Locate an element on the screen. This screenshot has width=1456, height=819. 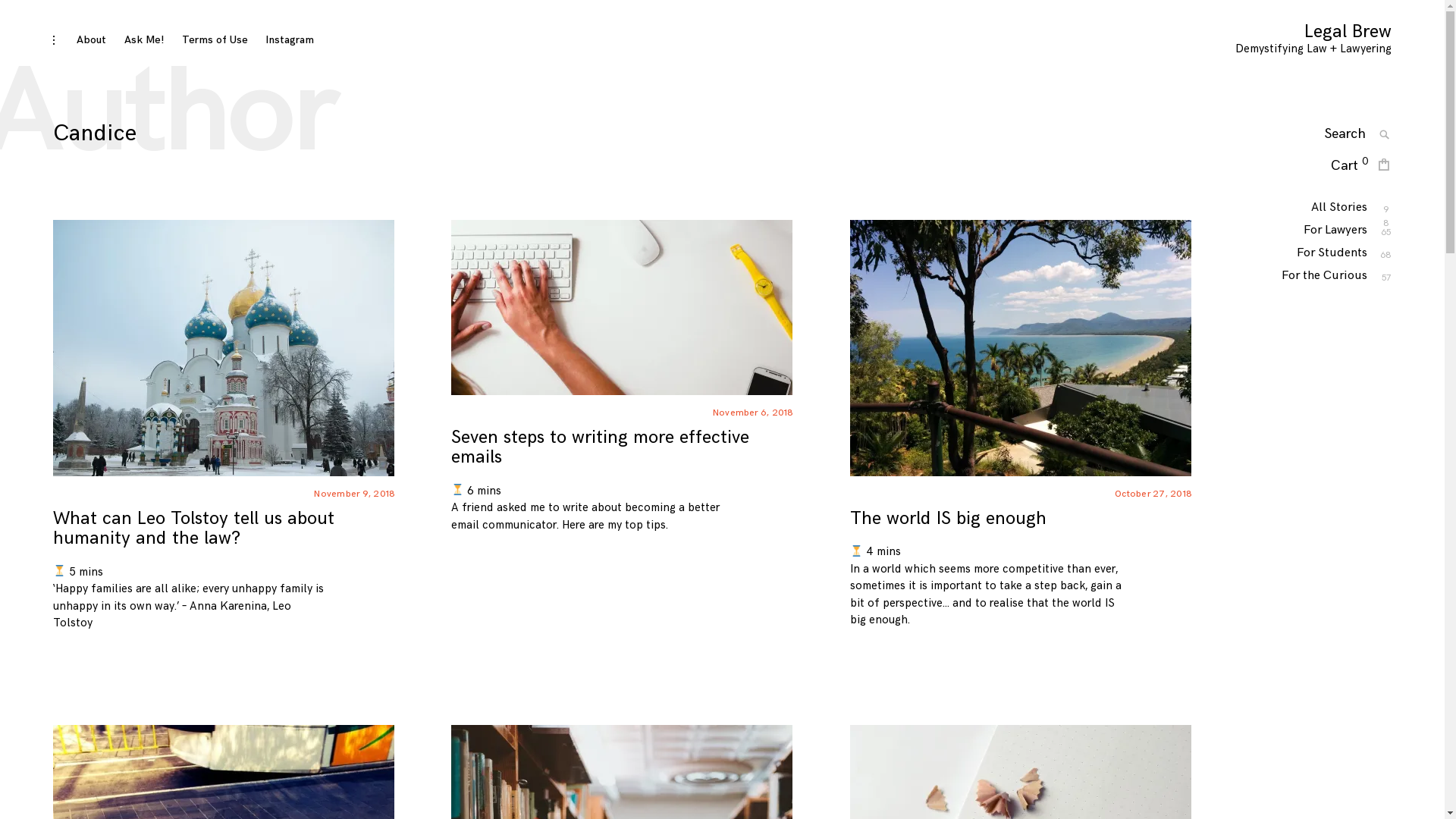
'Legal Brew' is located at coordinates (1348, 31).